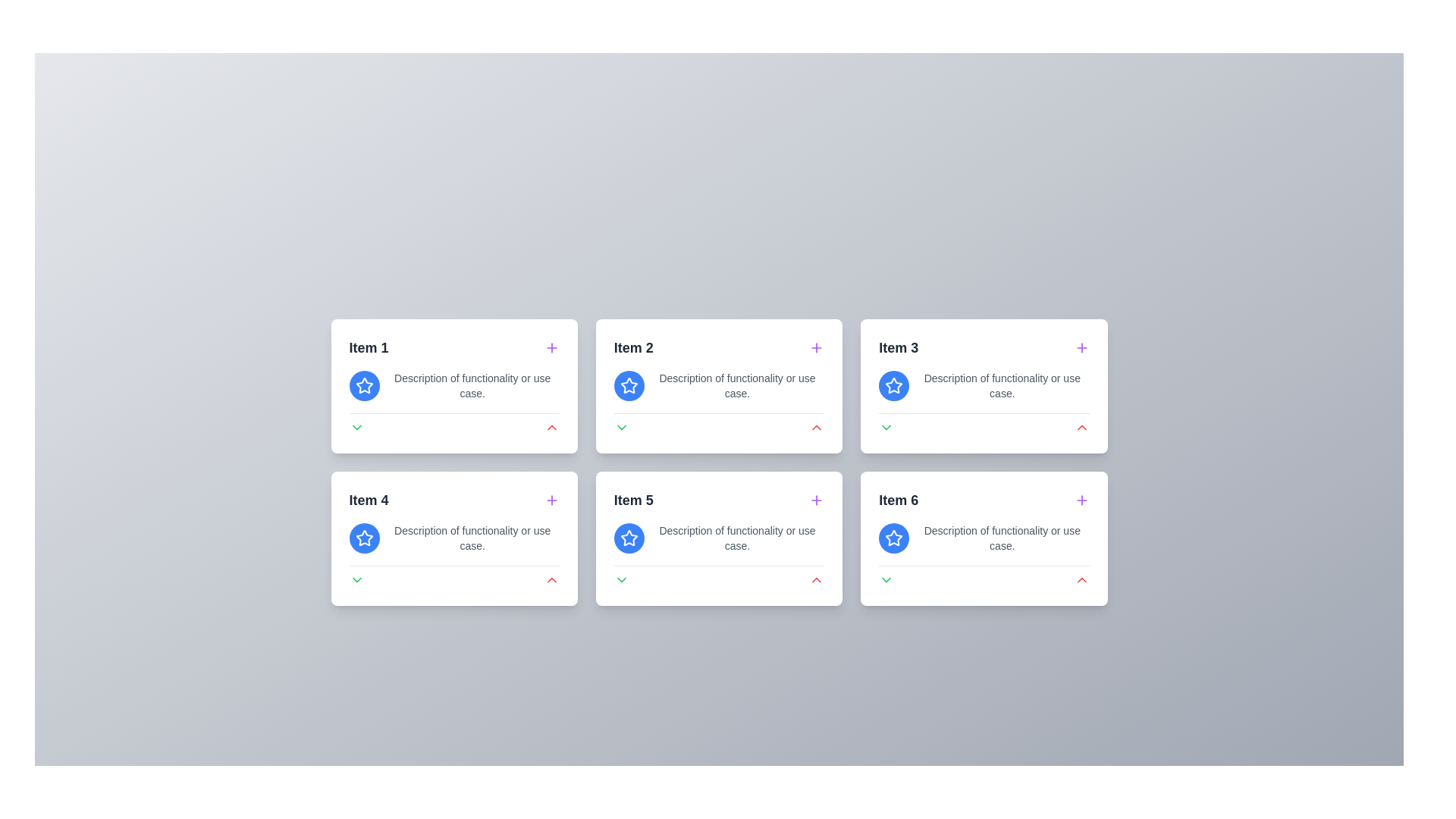 Image resolution: width=1456 pixels, height=819 pixels. Describe the element at coordinates (886, 427) in the screenshot. I see `the green downward-pointing chevron toggle icon located in the bottom section of the card labeled 'Item 3'` at that location.